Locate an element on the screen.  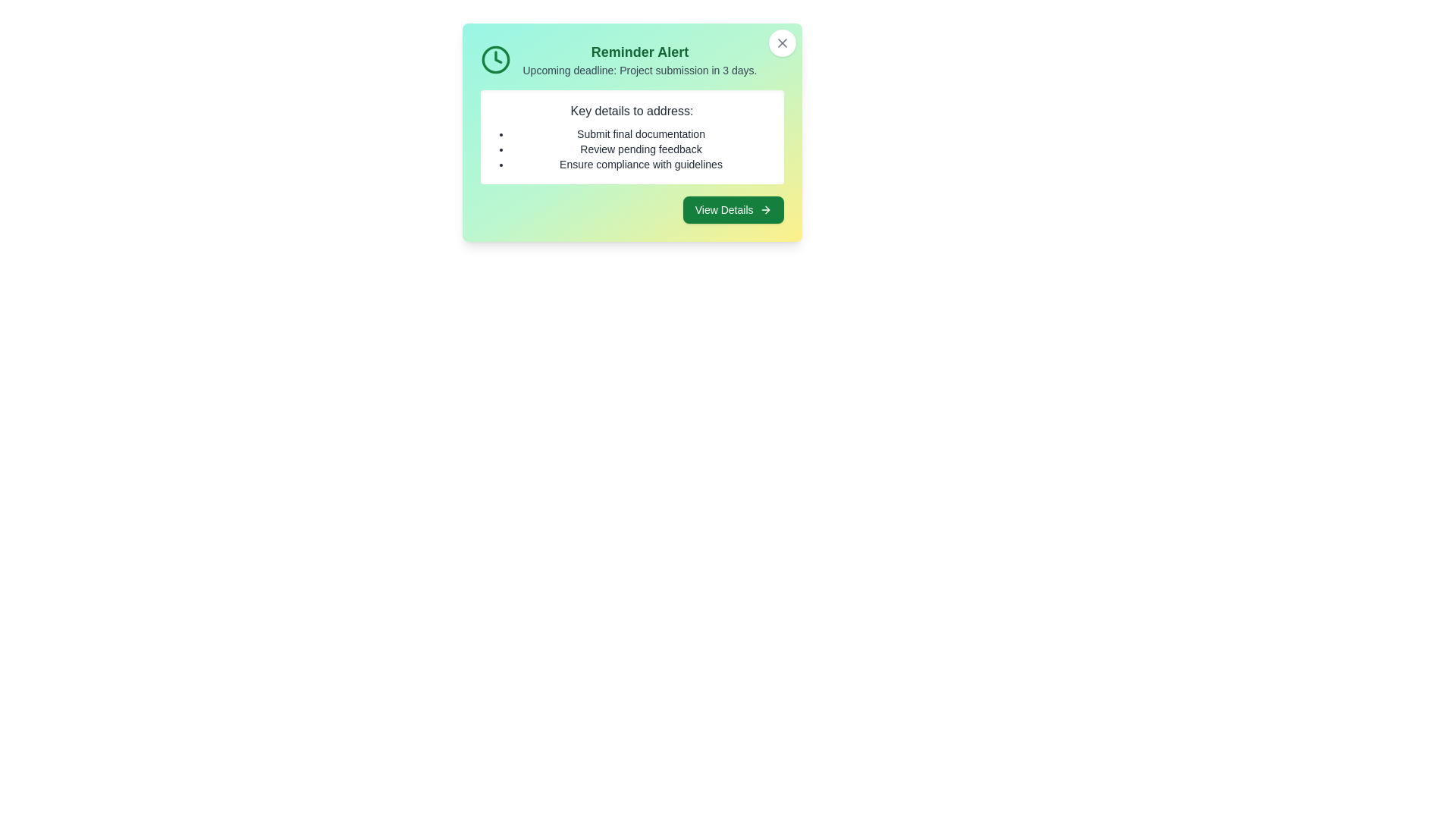
the close button located at the top-right corner of the notification alert is located at coordinates (782, 42).